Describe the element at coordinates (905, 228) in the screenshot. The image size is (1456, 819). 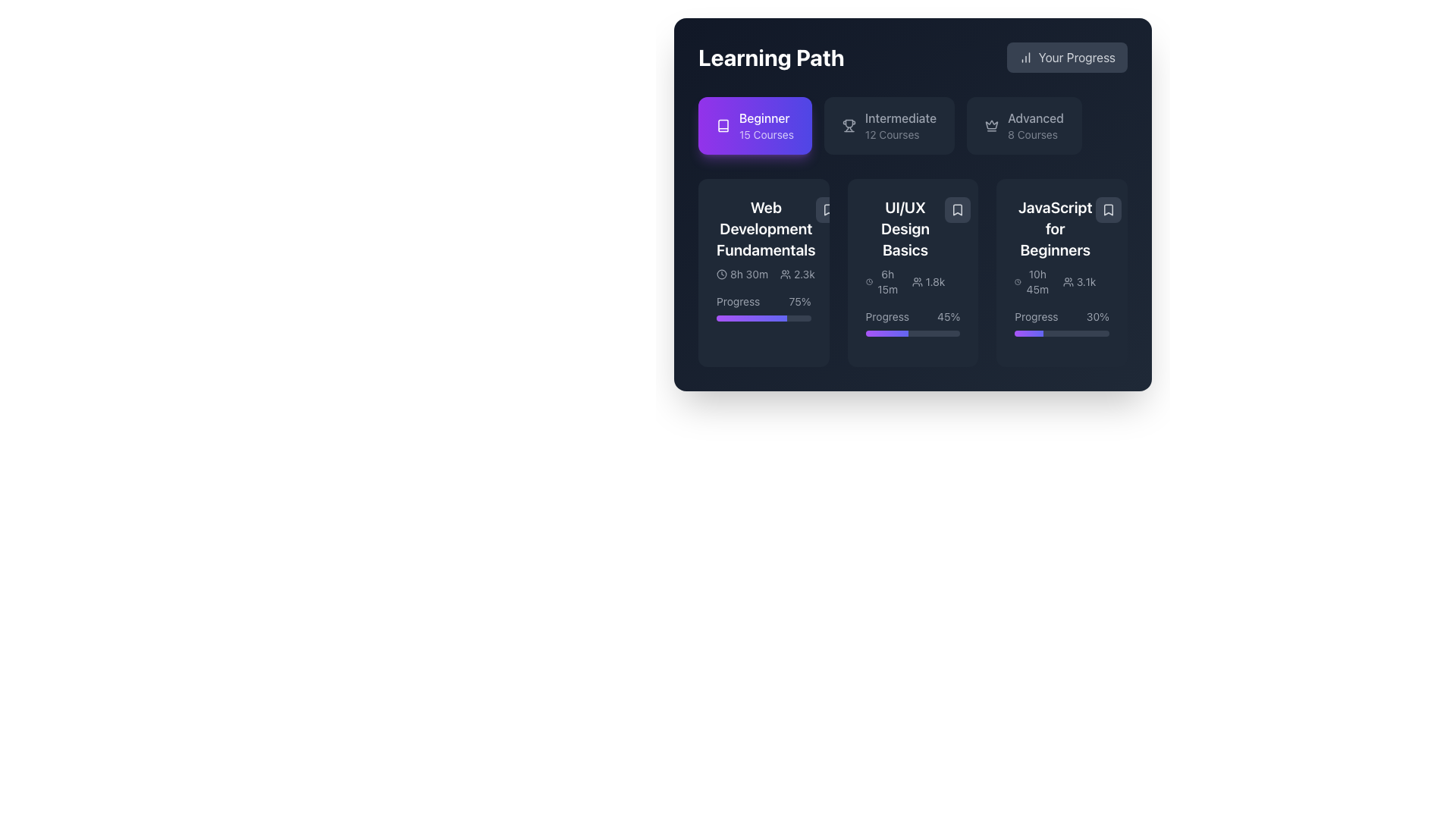
I see `the text label titled 'UI/UX Design Basics' located at the top center of the middle card in the second row of a grid layout` at that location.